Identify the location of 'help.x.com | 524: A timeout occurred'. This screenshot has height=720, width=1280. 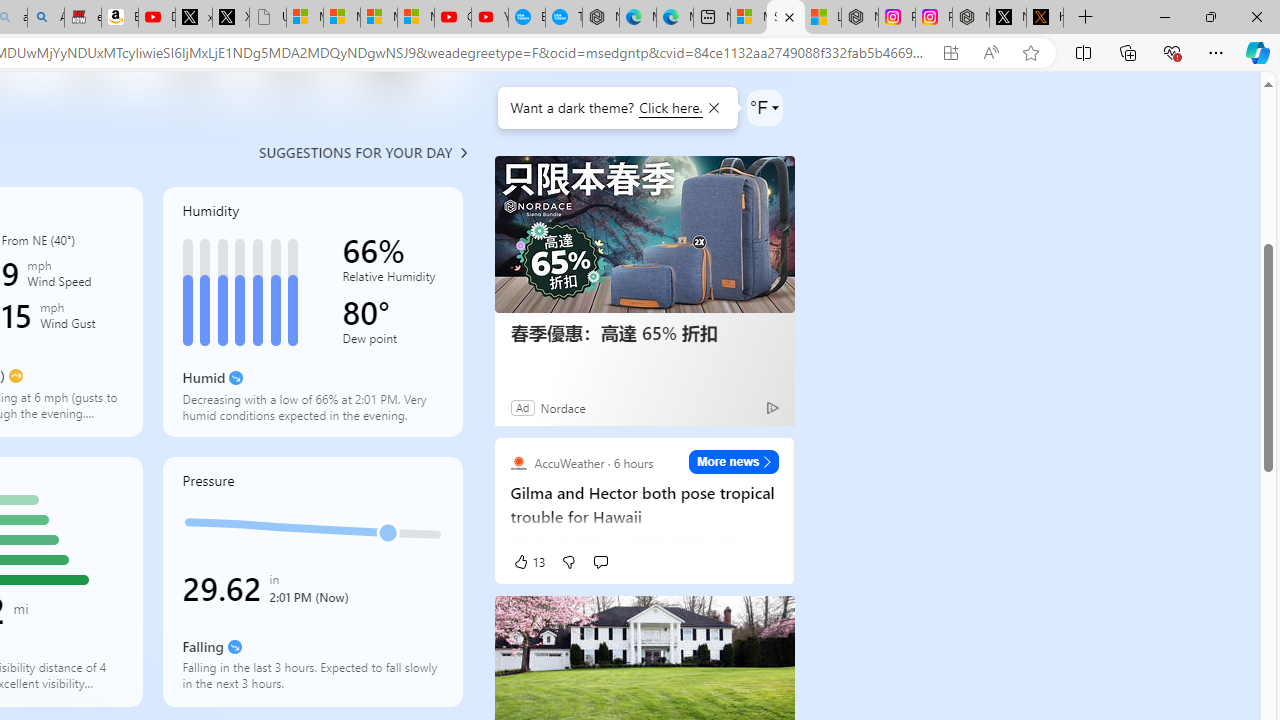
(1044, 17).